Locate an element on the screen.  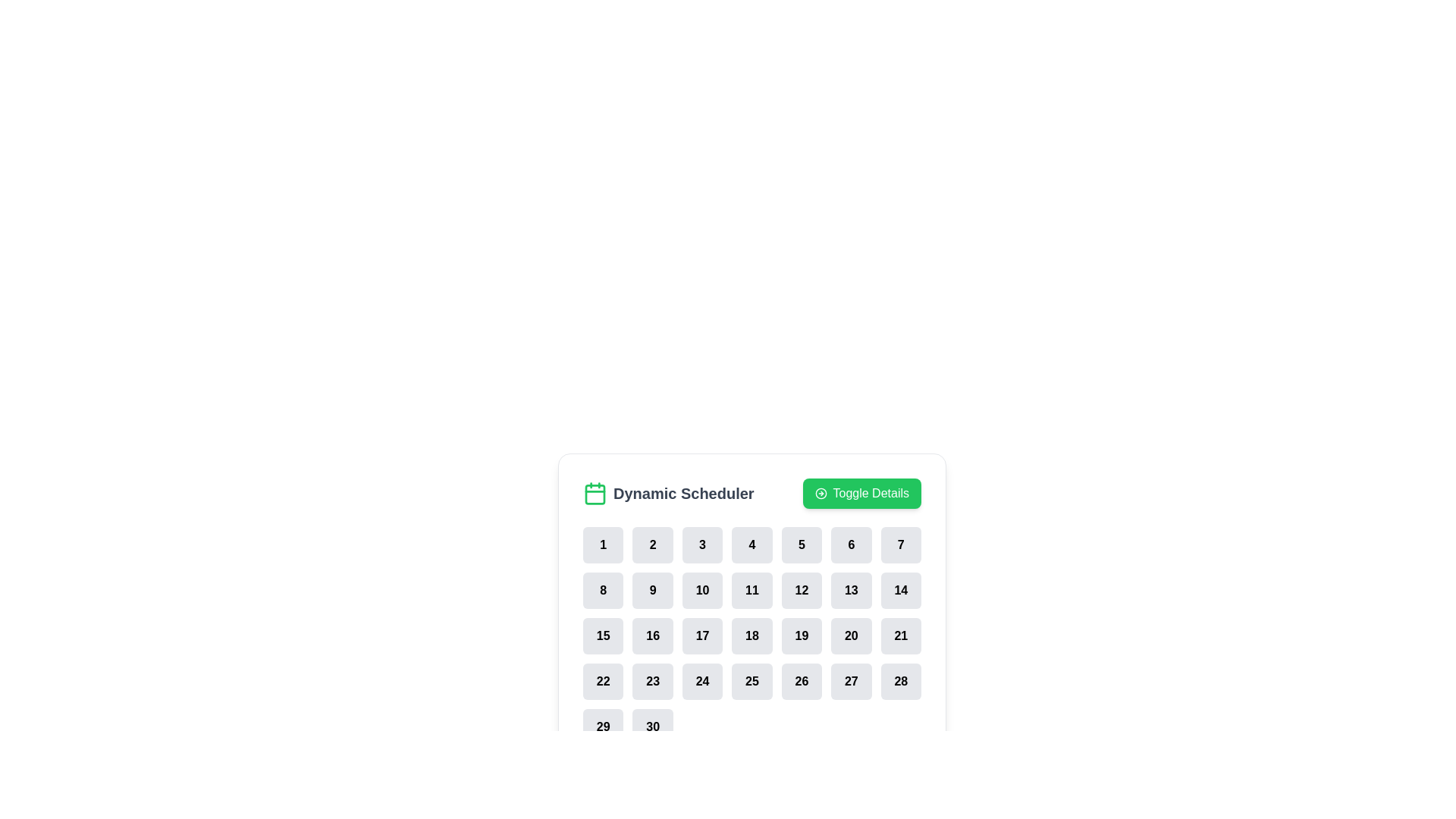
the interactive button labeled '25' in the calendar grid, which is used for selecting or interacting with the date is located at coordinates (752, 680).